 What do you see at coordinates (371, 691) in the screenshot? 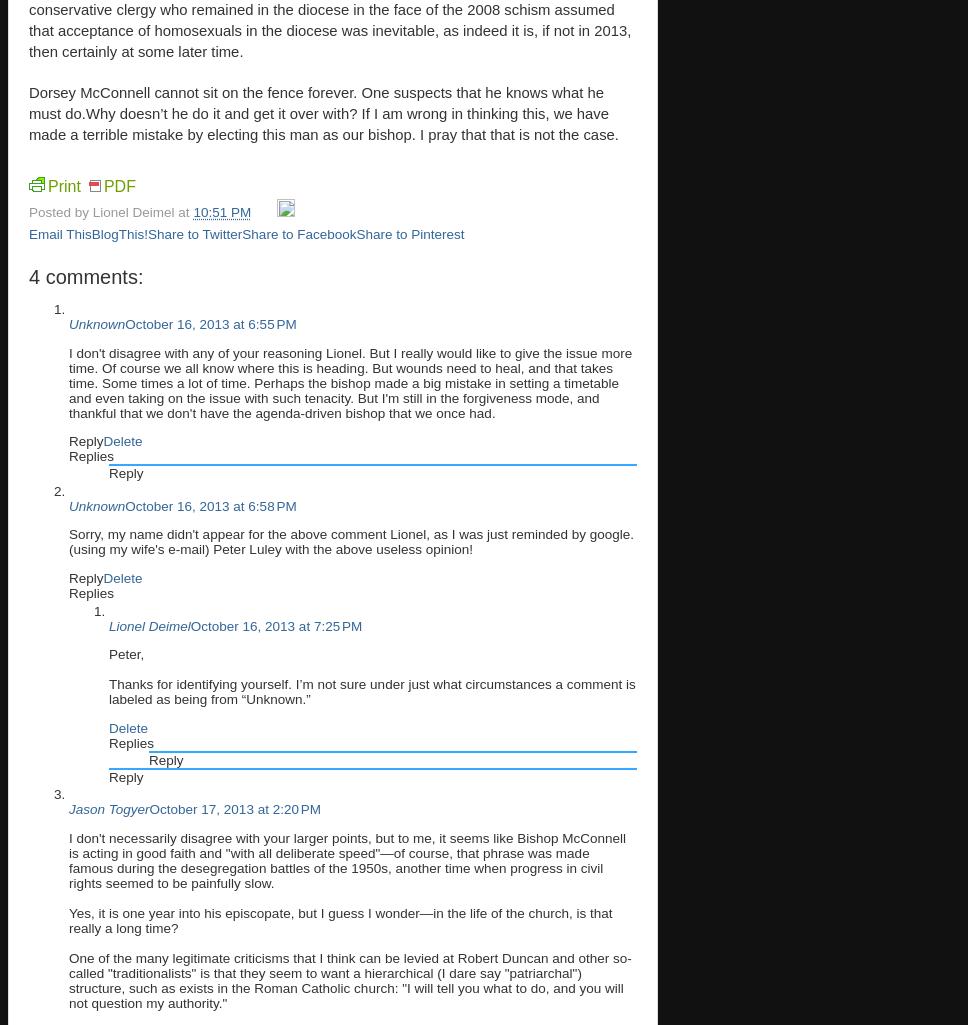
I see `'Thanks for identifying yourself. I’m not sure under just what circumstances a comment is labeled as being from “Unknown.”'` at bounding box center [371, 691].